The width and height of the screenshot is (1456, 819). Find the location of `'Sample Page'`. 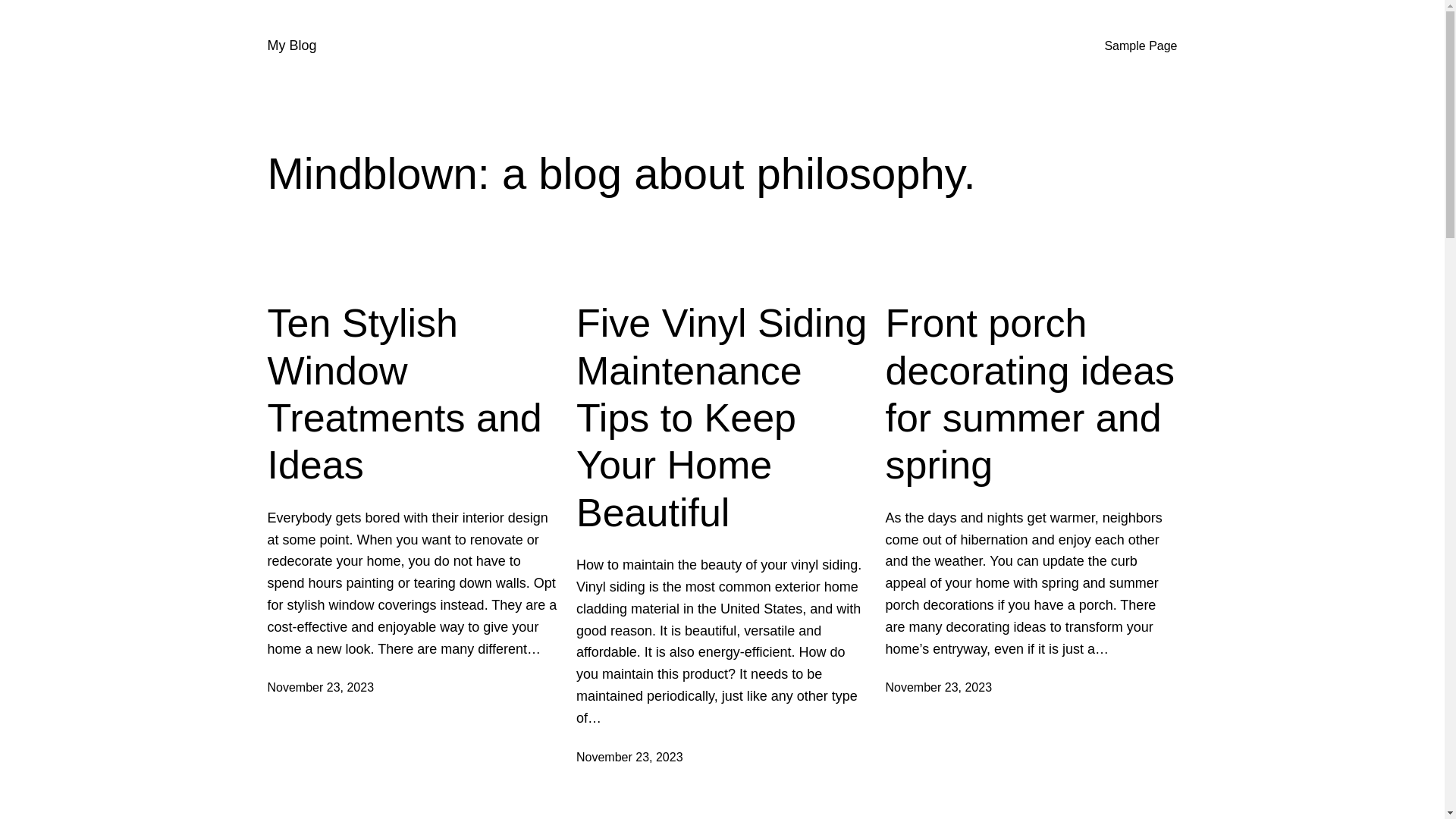

'Sample Page' is located at coordinates (1140, 45).